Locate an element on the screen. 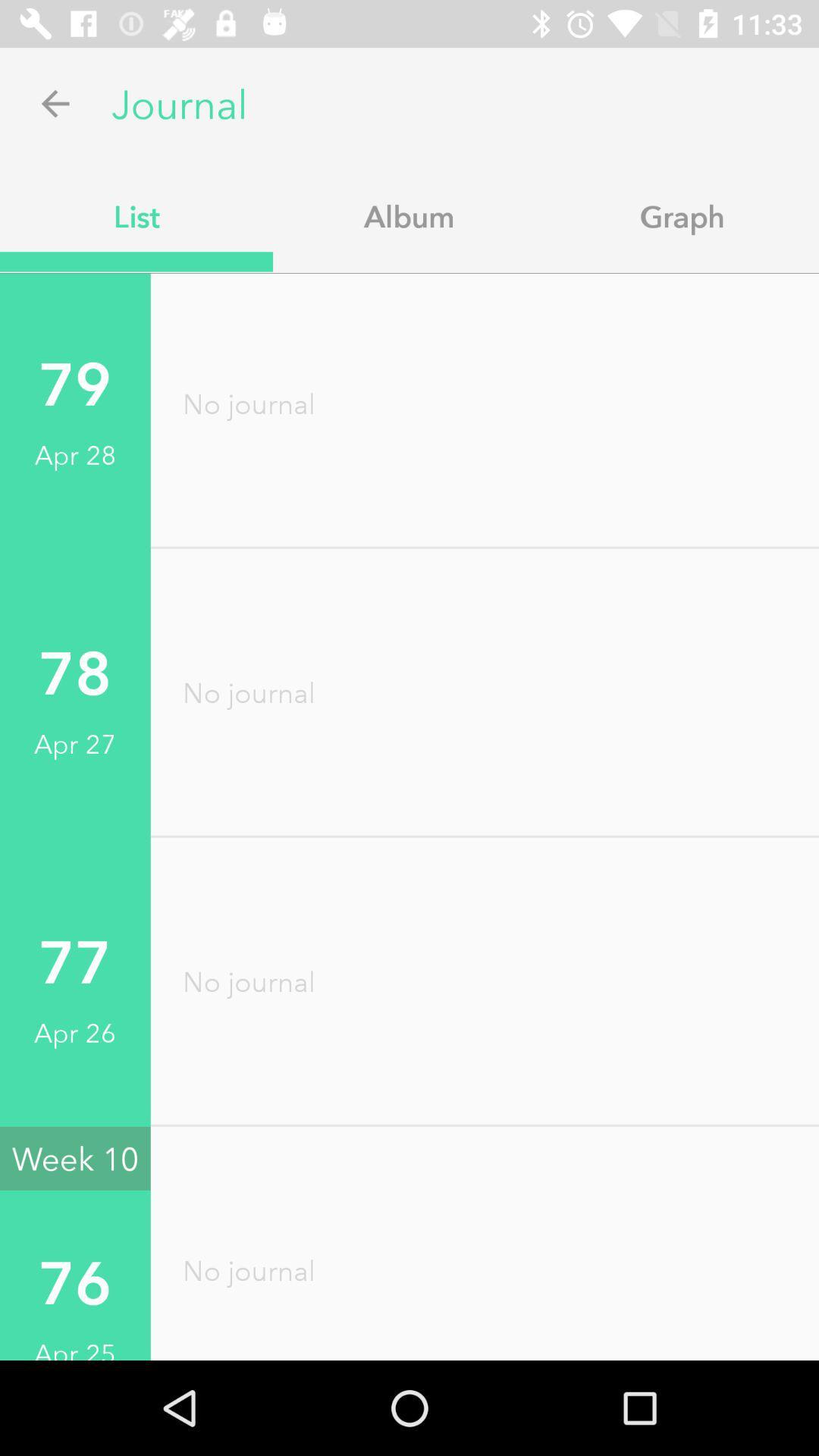 Image resolution: width=819 pixels, height=1456 pixels. item next to the album item is located at coordinates (681, 215).